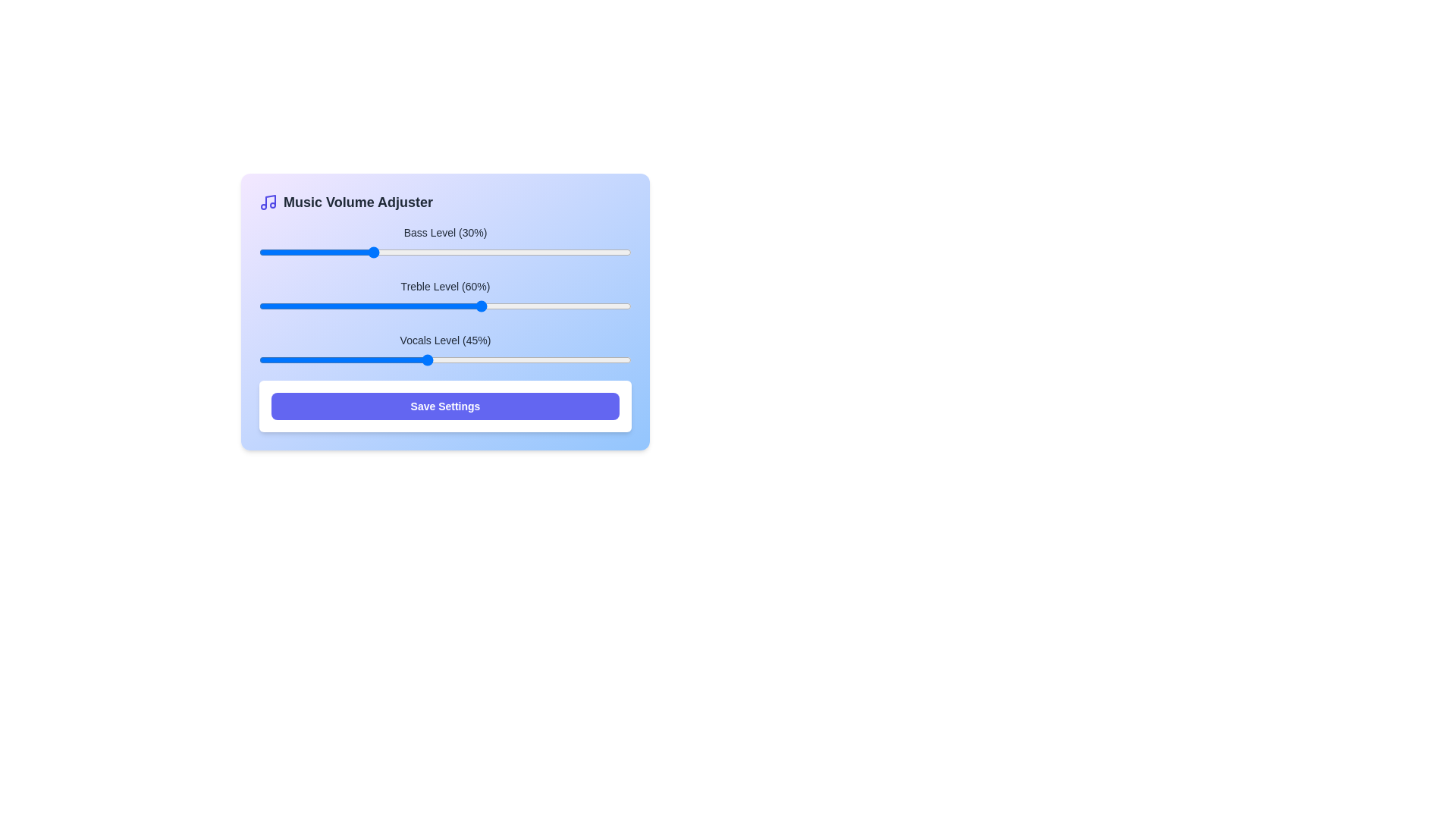  Describe the element at coordinates (519, 359) in the screenshot. I see `the Vocals Level slider` at that location.